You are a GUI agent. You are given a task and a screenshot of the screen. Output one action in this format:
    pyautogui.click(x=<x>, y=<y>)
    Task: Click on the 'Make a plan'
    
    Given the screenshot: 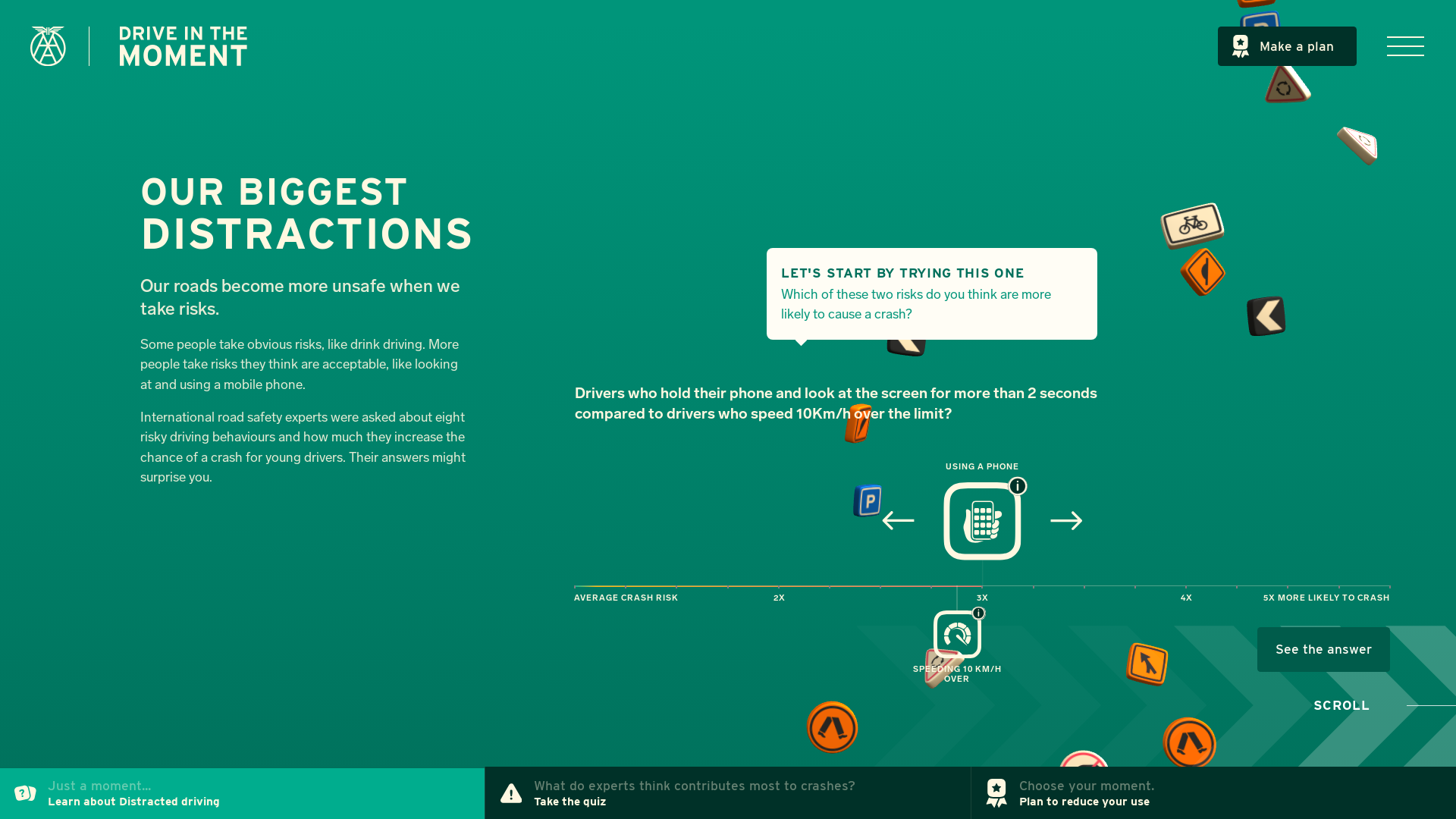 What is the action you would take?
    pyautogui.click(x=1287, y=45)
    